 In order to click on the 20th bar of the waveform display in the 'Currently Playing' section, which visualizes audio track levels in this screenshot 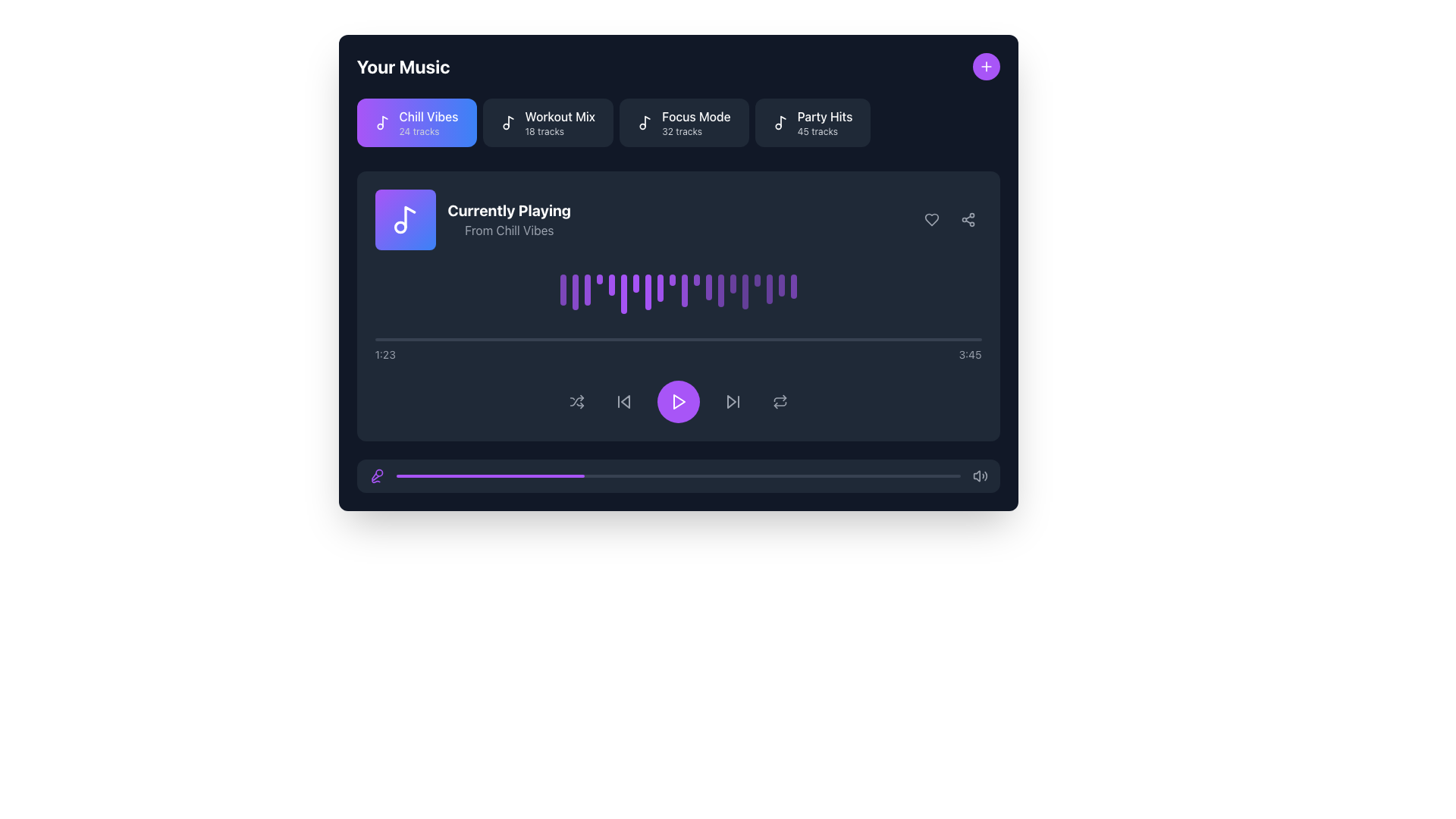, I will do `click(792, 287)`.